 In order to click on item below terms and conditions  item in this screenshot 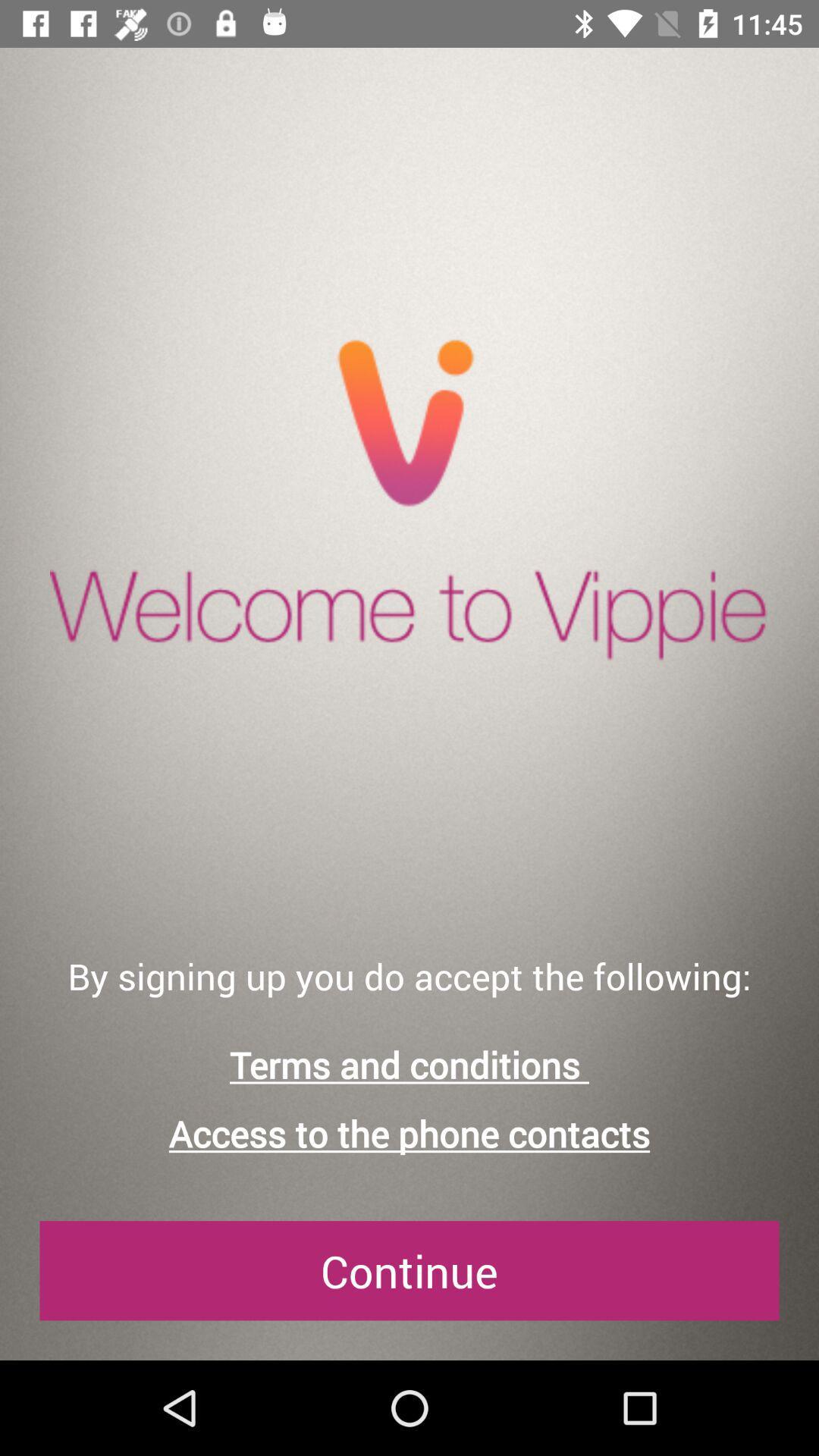, I will do `click(409, 1134)`.